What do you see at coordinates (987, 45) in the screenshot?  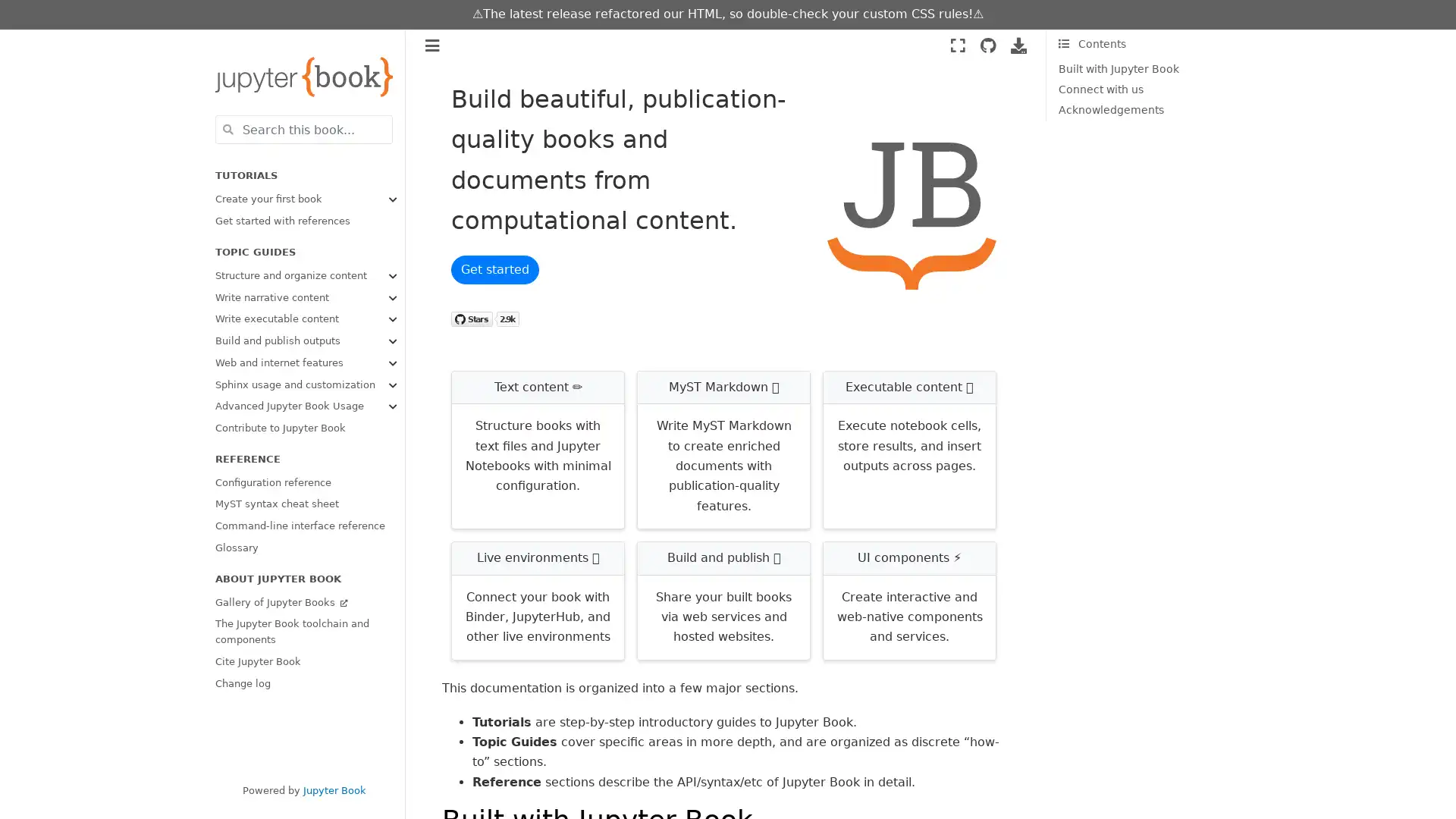 I see `Source repositories` at bounding box center [987, 45].